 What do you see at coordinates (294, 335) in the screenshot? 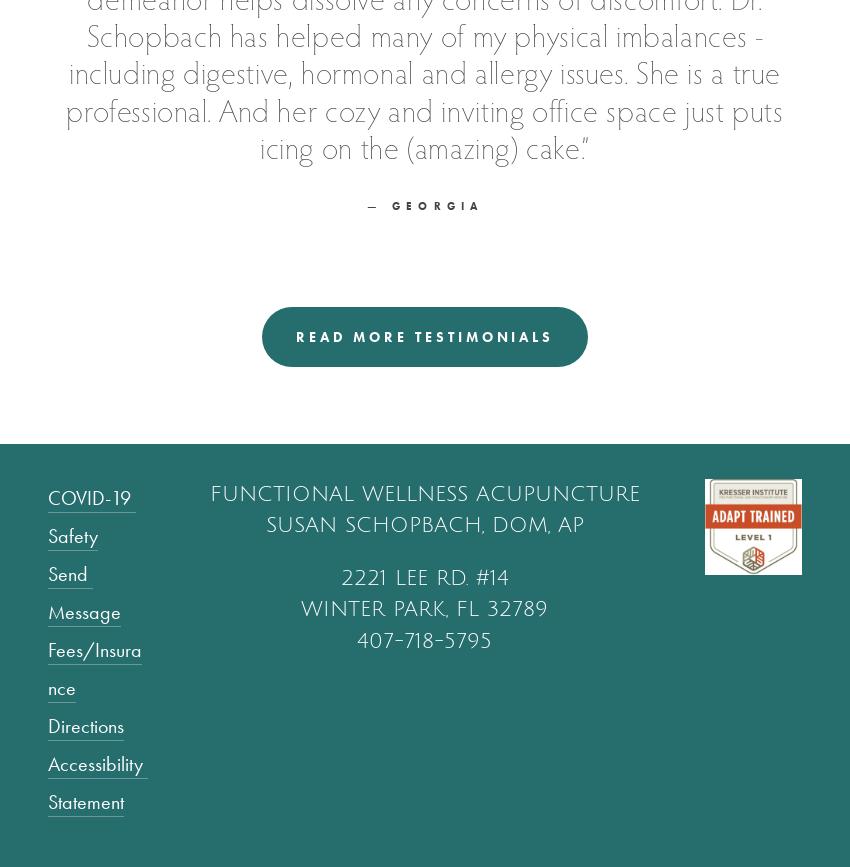
I see `'read more testimonials'` at bounding box center [294, 335].